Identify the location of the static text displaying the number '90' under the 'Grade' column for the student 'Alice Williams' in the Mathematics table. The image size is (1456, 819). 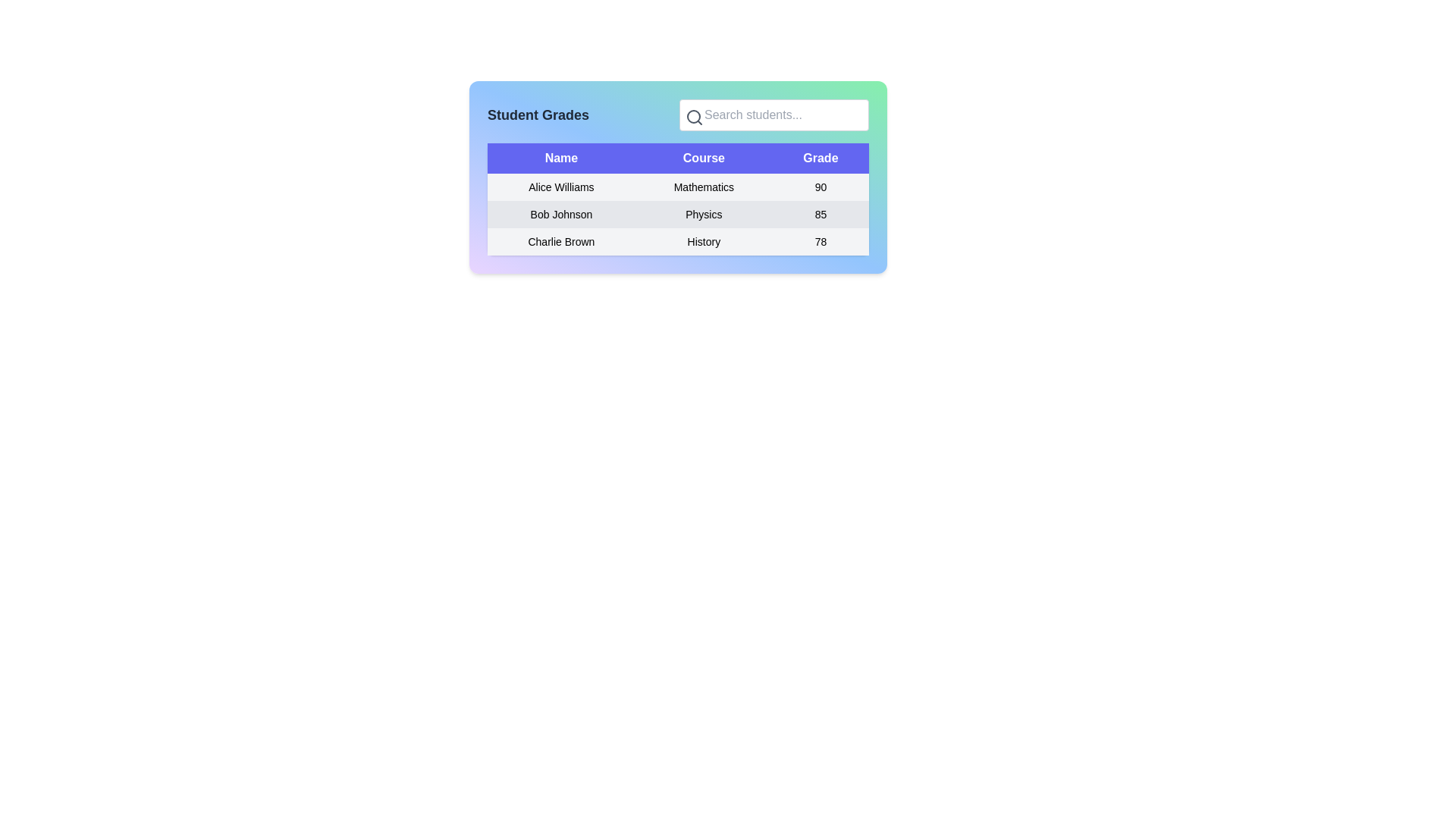
(820, 186).